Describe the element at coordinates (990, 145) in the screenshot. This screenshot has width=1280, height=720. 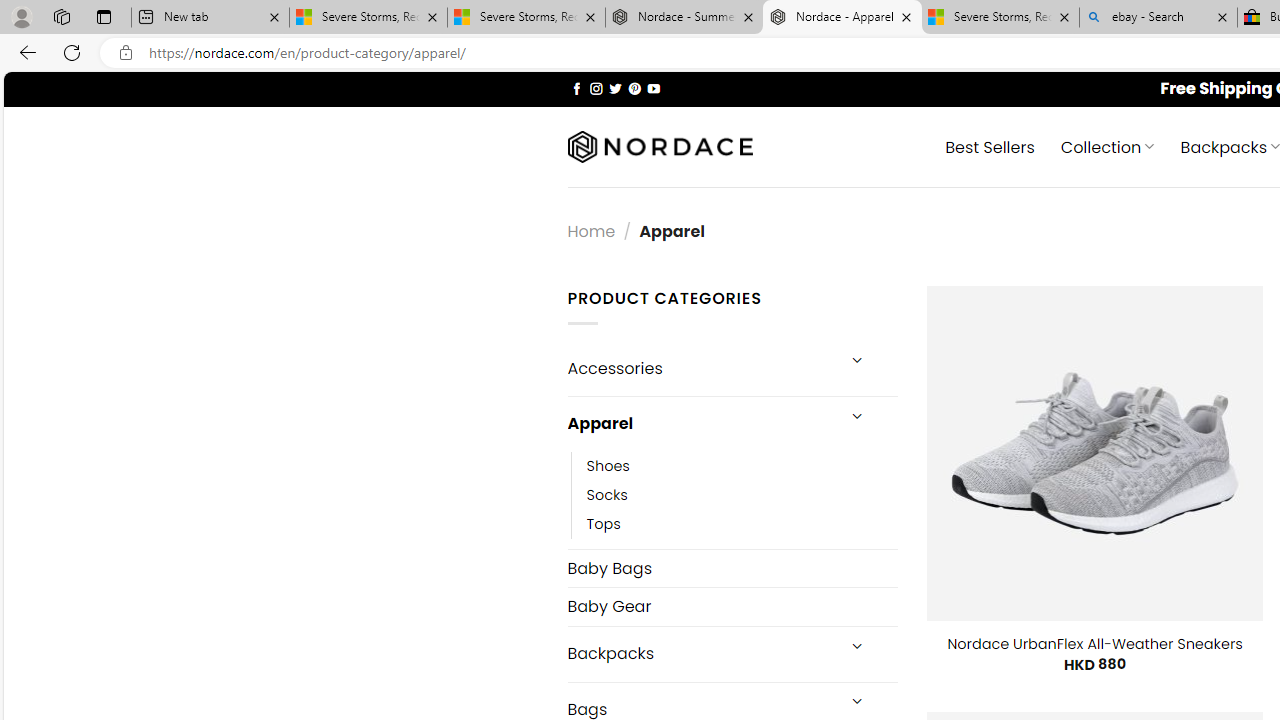
I see `' Best Sellers'` at that location.